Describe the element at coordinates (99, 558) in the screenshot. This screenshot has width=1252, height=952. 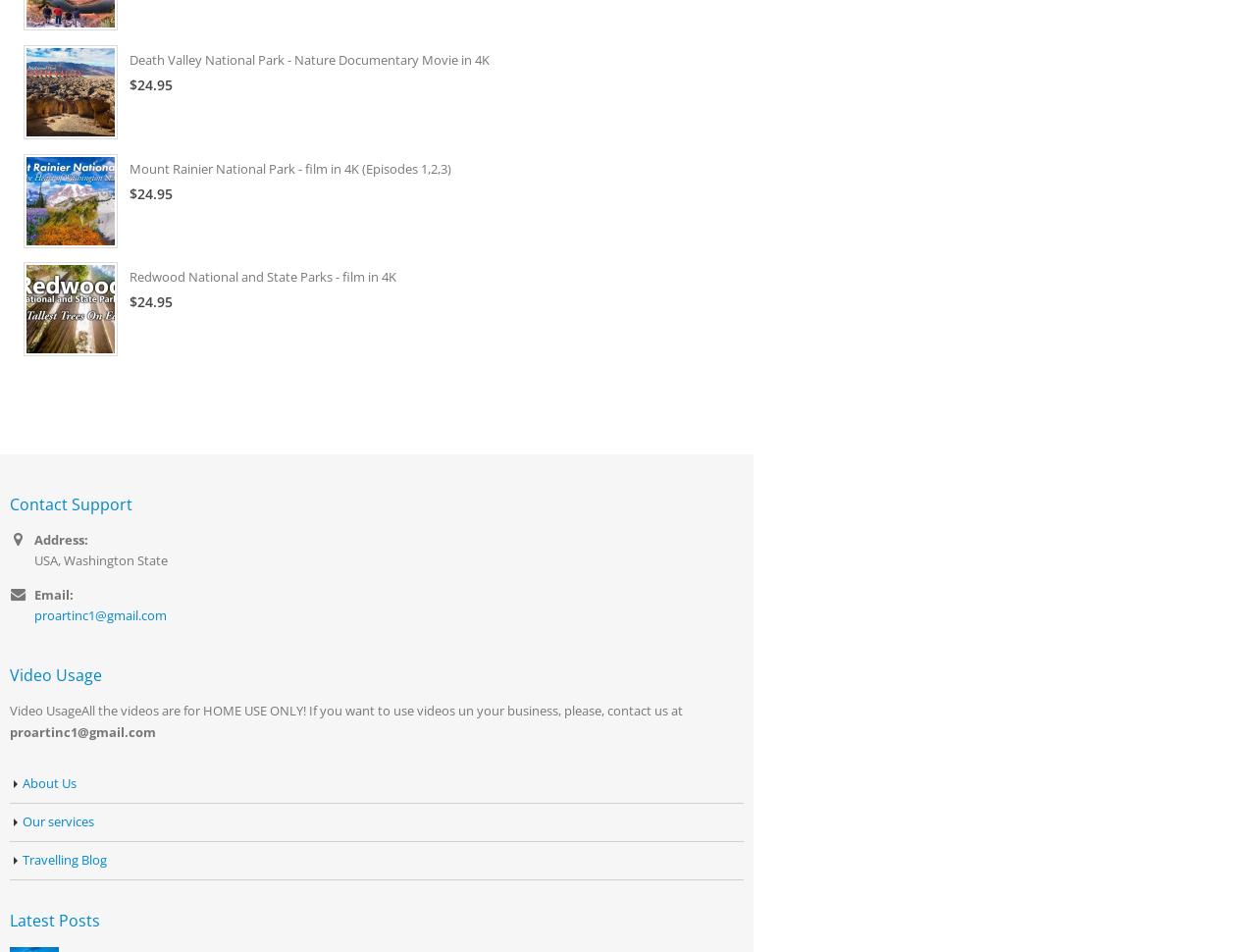
I see `'USA, Washington State'` at that location.